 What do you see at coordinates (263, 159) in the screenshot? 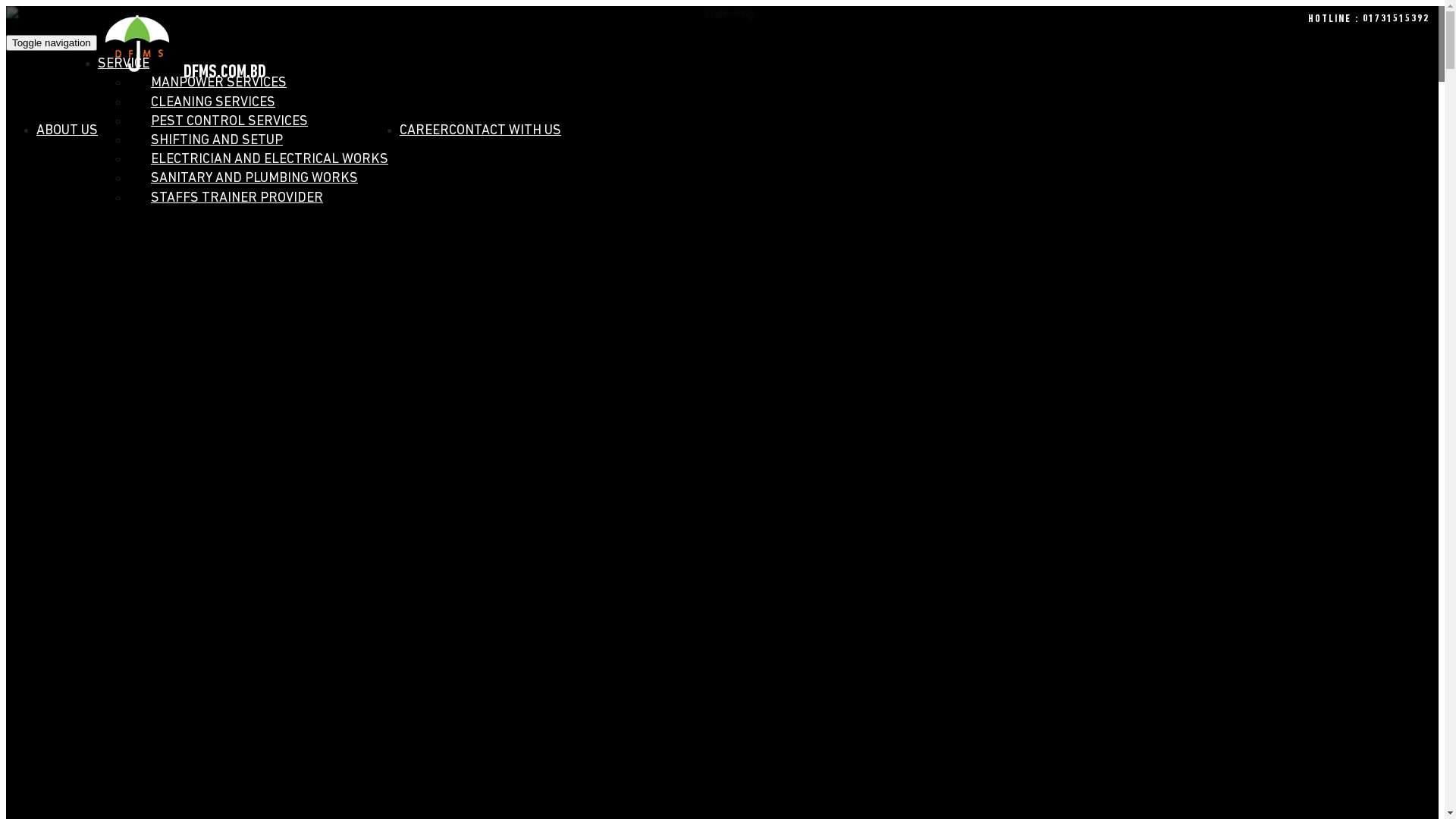
I see `'ELECTRICIAN AND ELECTRICAL WORKS'` at bounding box center [263, 159].